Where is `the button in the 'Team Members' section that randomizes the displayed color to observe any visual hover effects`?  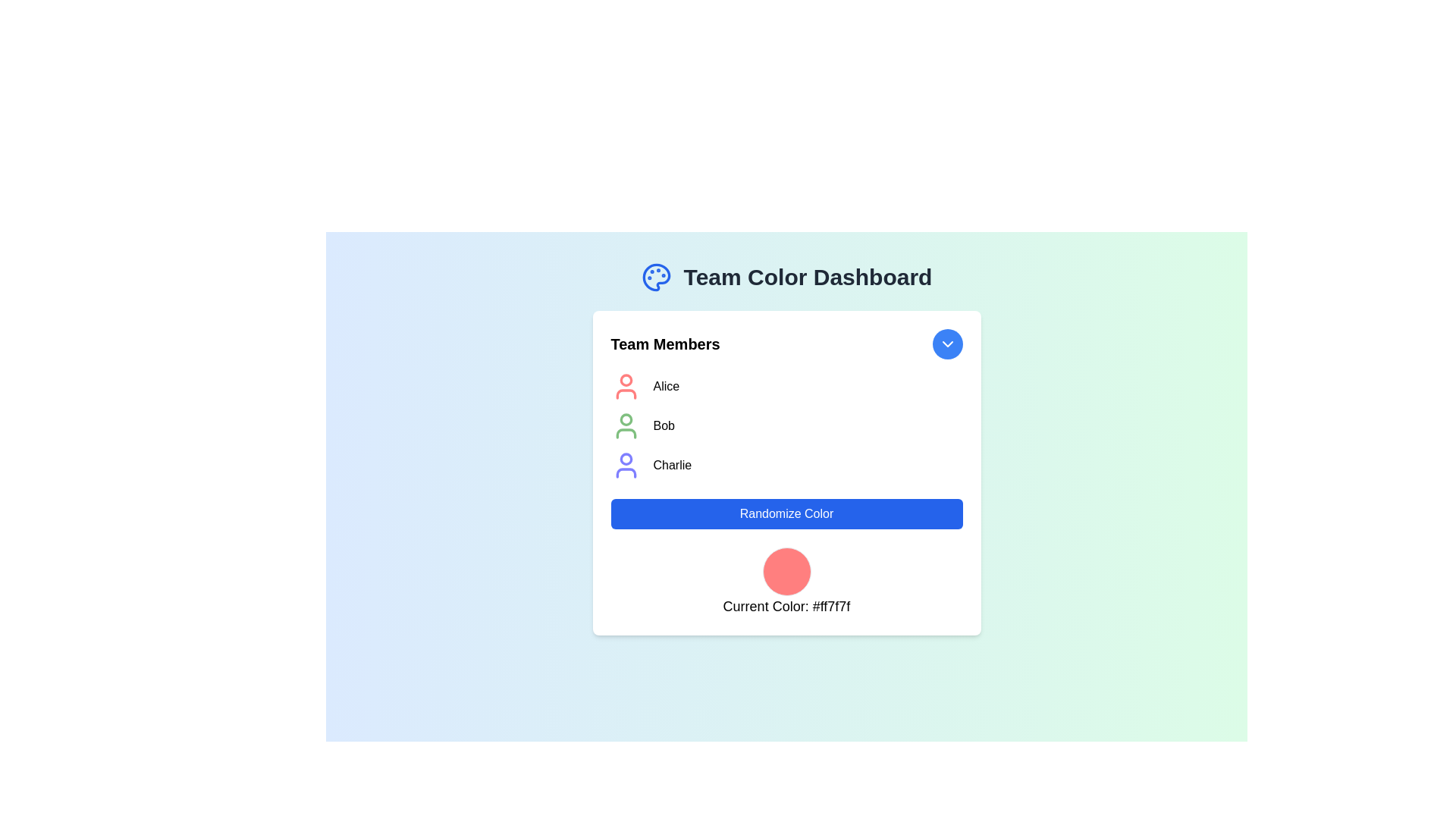 the button in the 'Team Members' section that randomizes the displayed color to observe any visual hover effects is located at coordinates (786, 513).